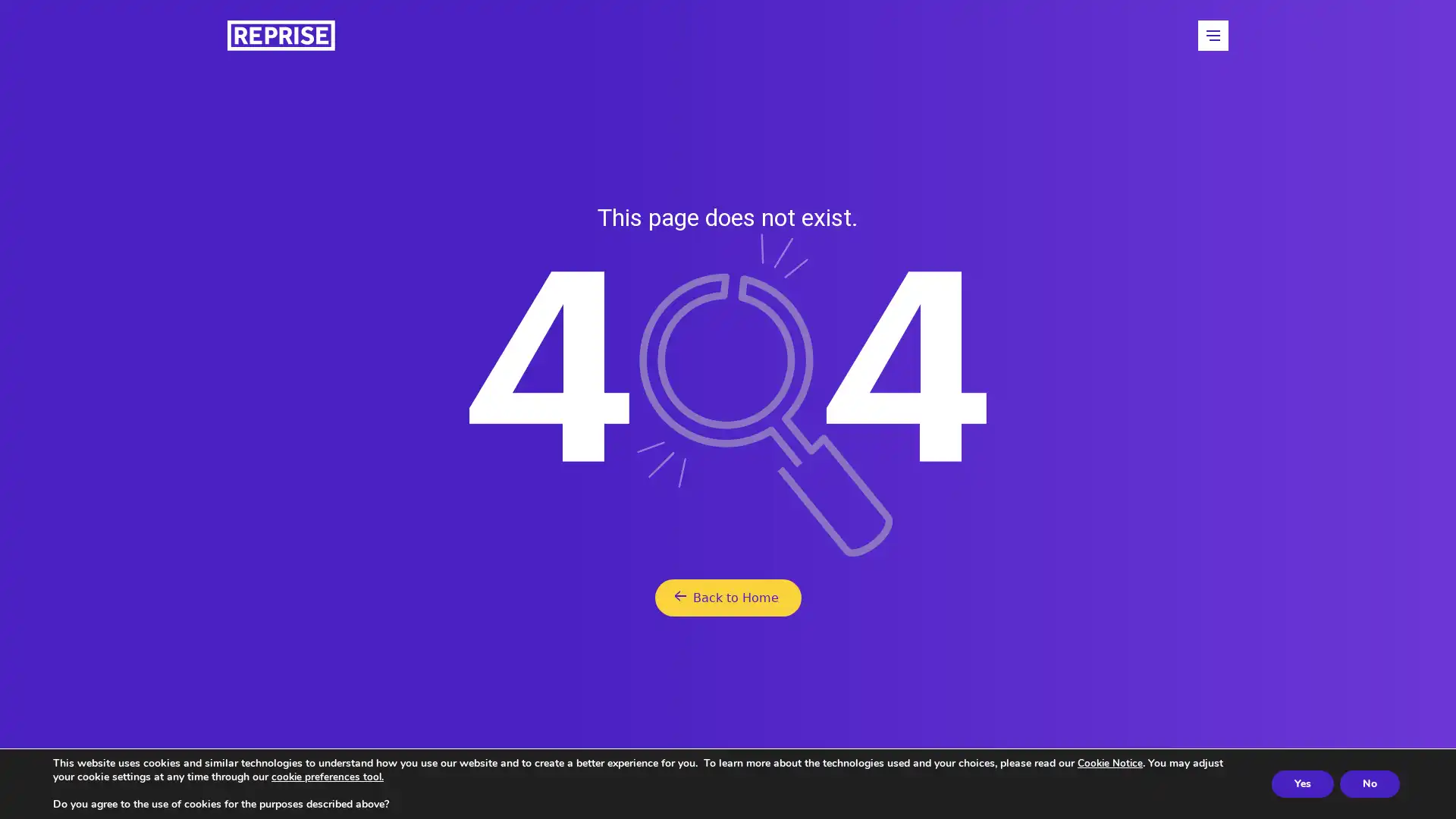 Image resolution: width=1456 pixels, height=819 pixels. What do you see at coordinates (1370, 783) in the screenshot?
I see `No` at bounding box center [1370, 783].